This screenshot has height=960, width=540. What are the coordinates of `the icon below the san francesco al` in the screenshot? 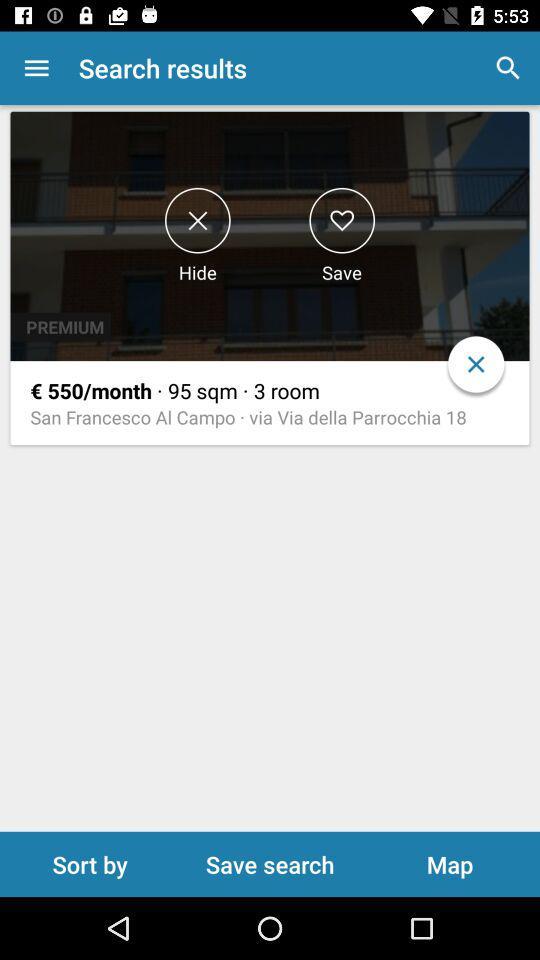 It's located at (270, 863).